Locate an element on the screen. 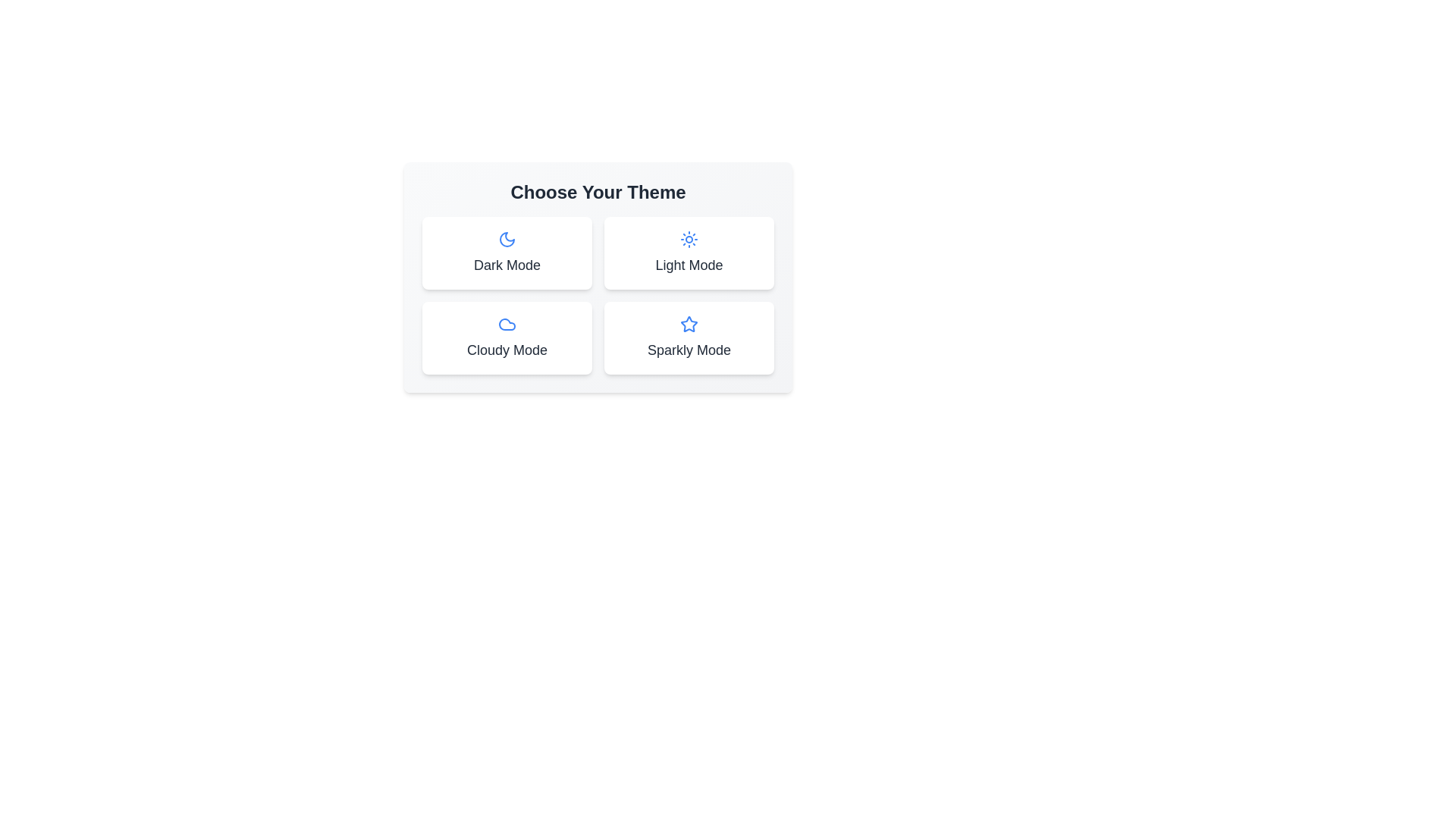 The height and width of the screenshot is (819, 1456). the content of the label that identifies the 'Light Mode' option, located within the second card of the top row in the theme options grid is located at coordinates (688, 265).